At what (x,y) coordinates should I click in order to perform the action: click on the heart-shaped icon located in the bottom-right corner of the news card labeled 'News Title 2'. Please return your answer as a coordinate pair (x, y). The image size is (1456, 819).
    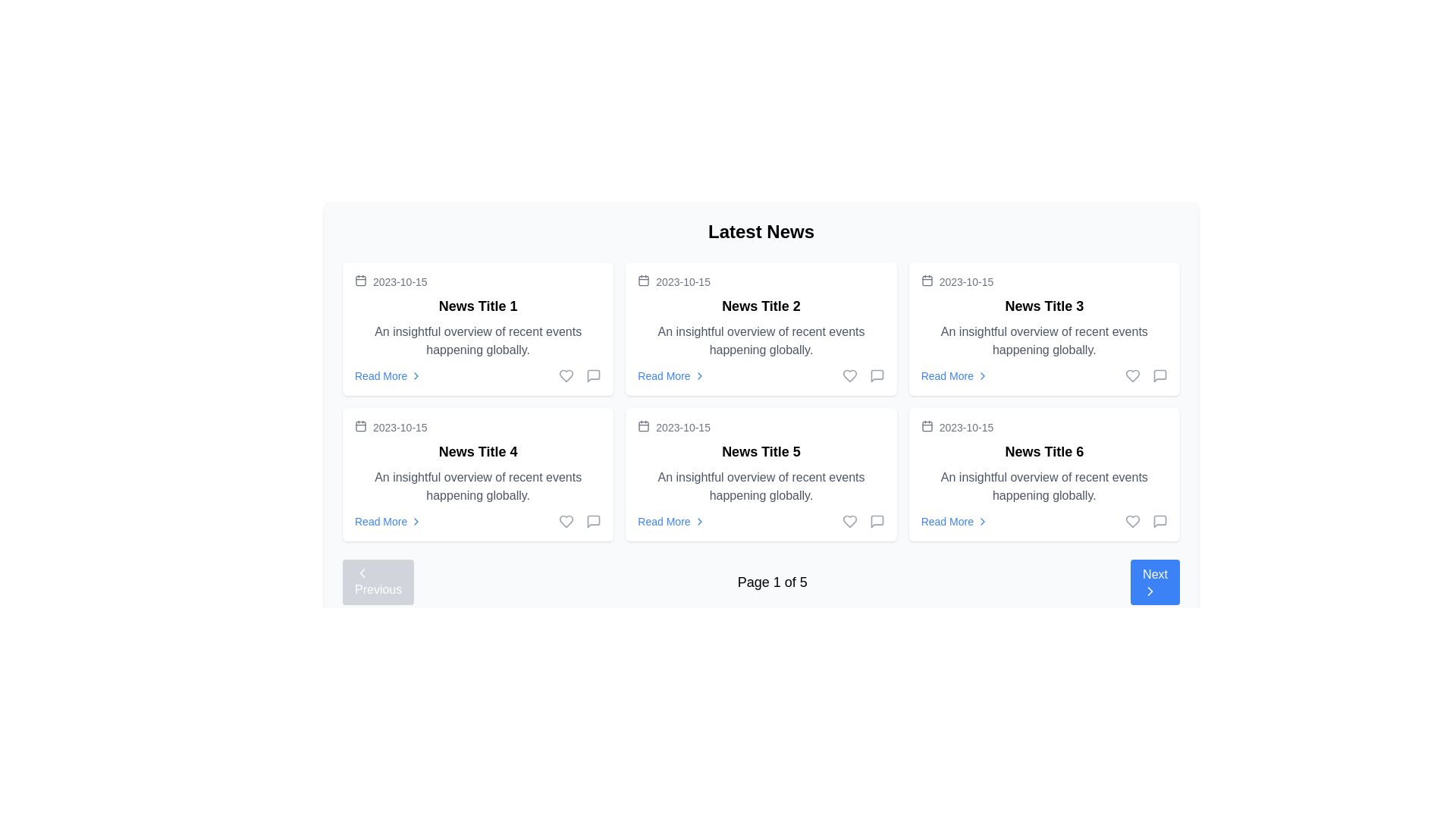
    Looking at the image, I should click on (849, 375).